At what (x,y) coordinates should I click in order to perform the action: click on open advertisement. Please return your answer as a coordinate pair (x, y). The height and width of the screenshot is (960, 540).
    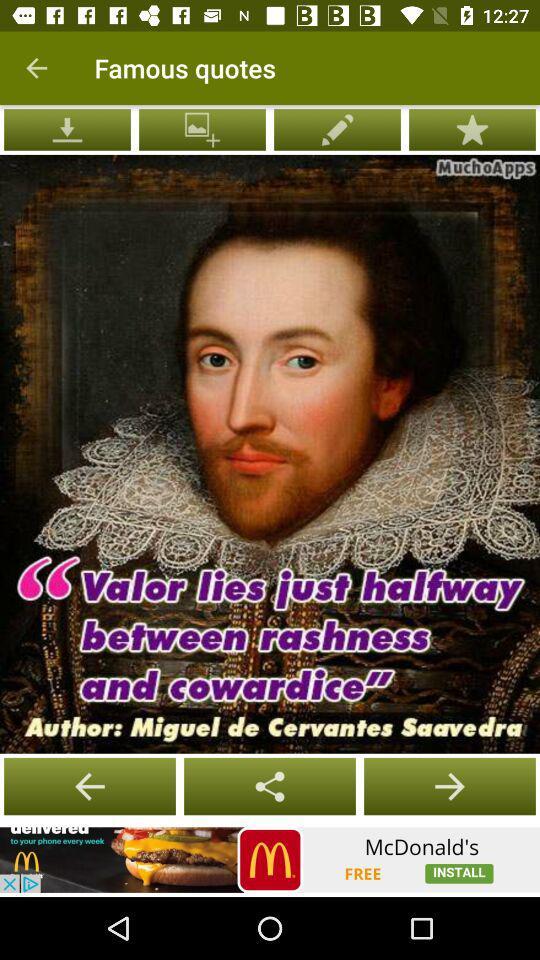
    Looking at the image, I should click on (270, 859).